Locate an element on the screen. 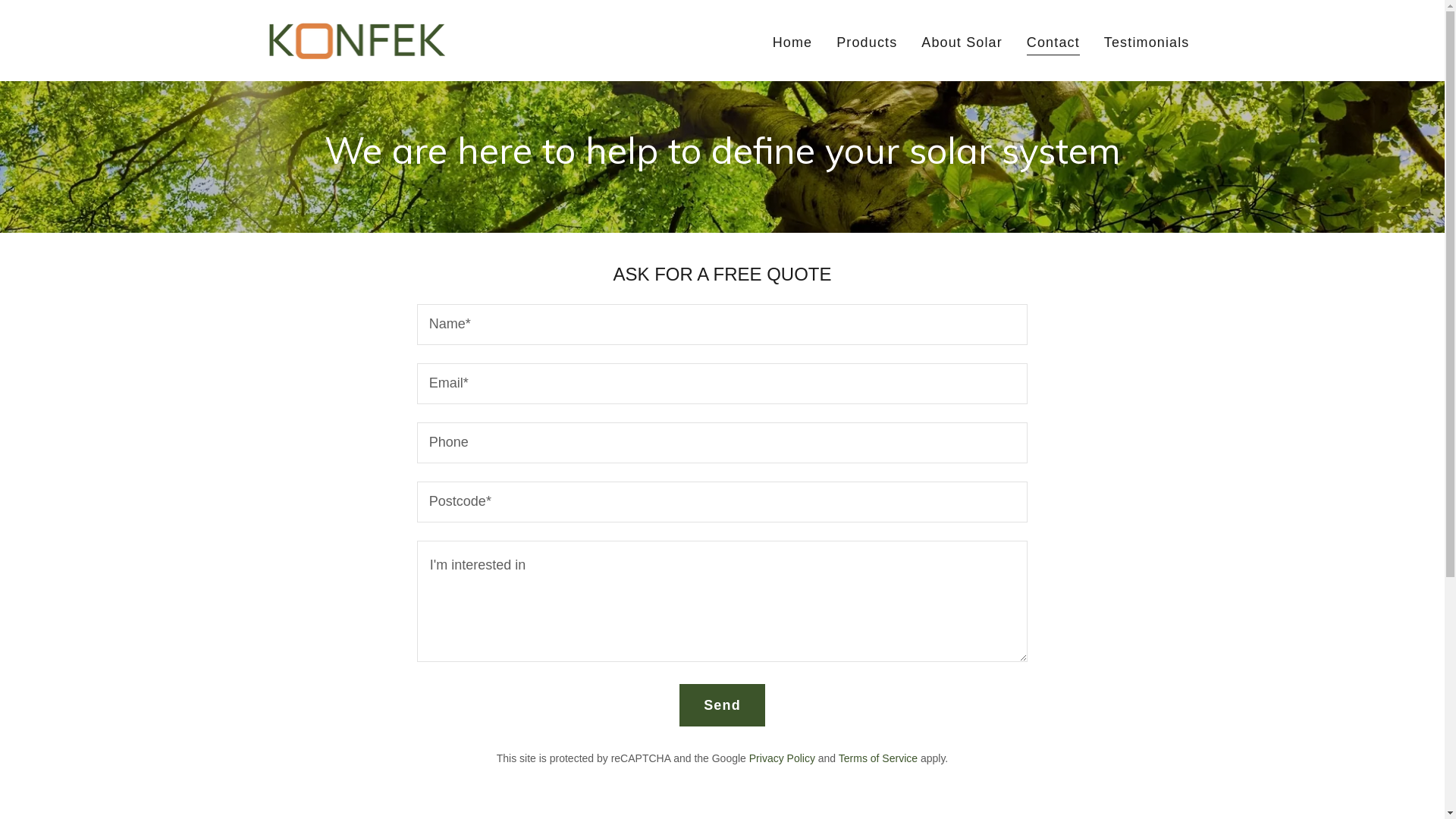 Image resolution: width=1456 pixels, height=819 pixels. 'Contact' is located at coordinates (1052, 43).